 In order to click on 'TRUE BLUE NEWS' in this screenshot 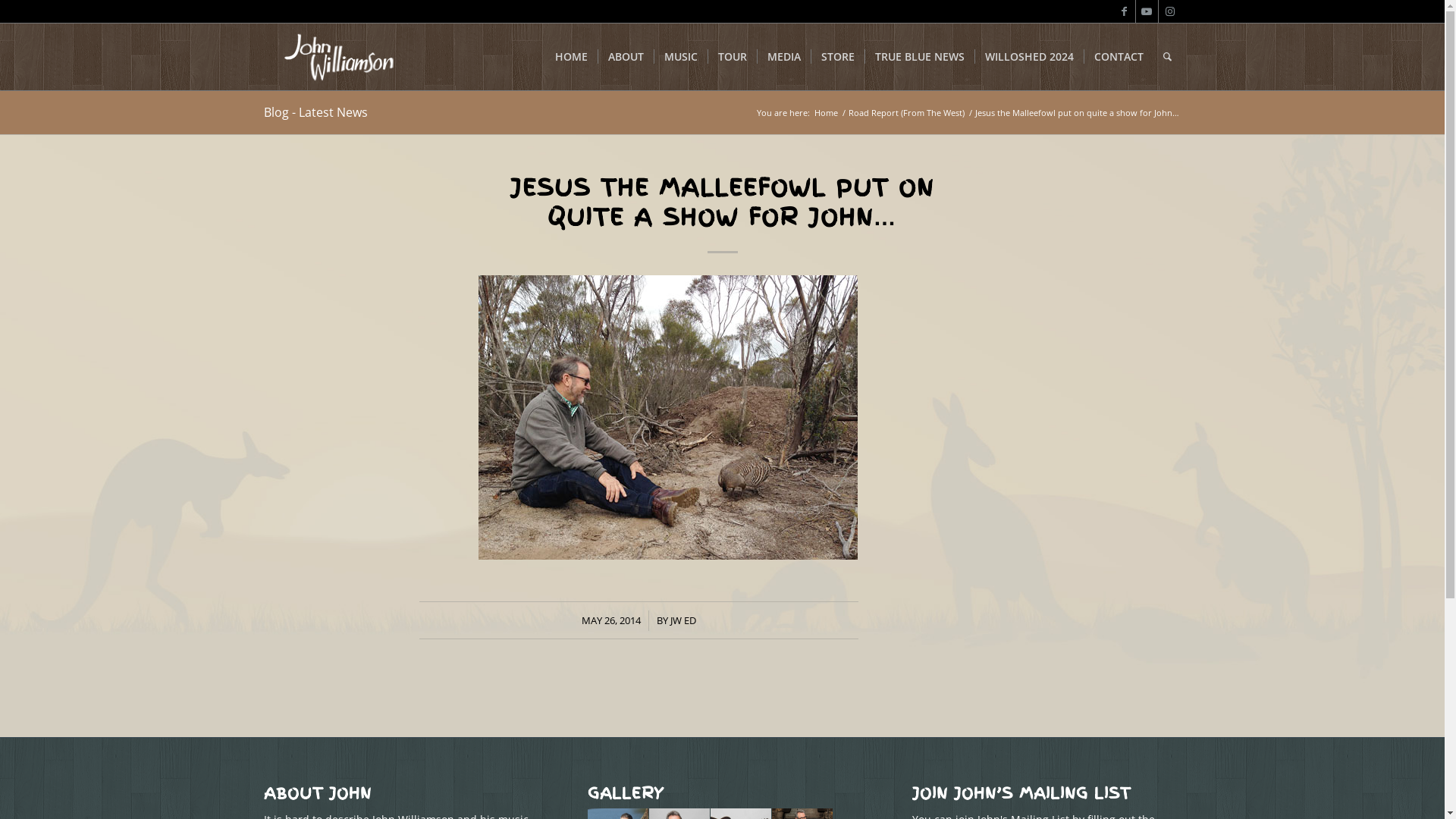, I will do `click(864, 55)`.